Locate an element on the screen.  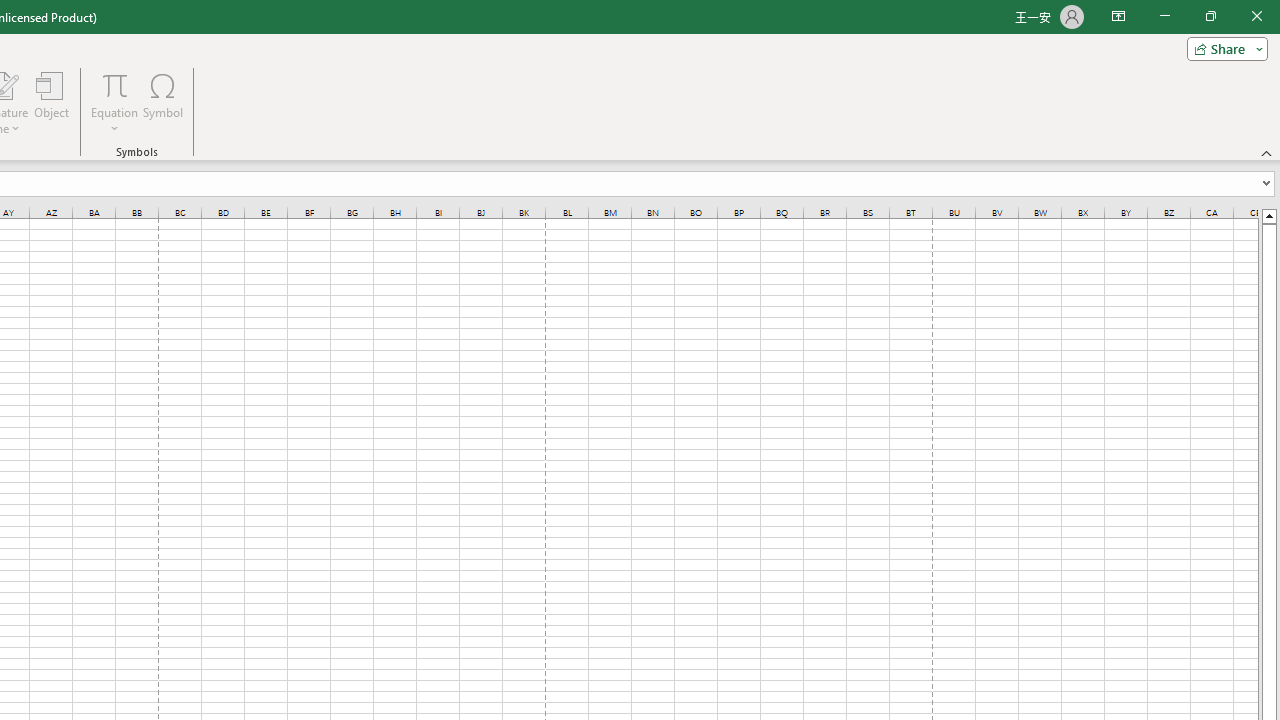
'Symbol...' is located at coordinates (163, 103).